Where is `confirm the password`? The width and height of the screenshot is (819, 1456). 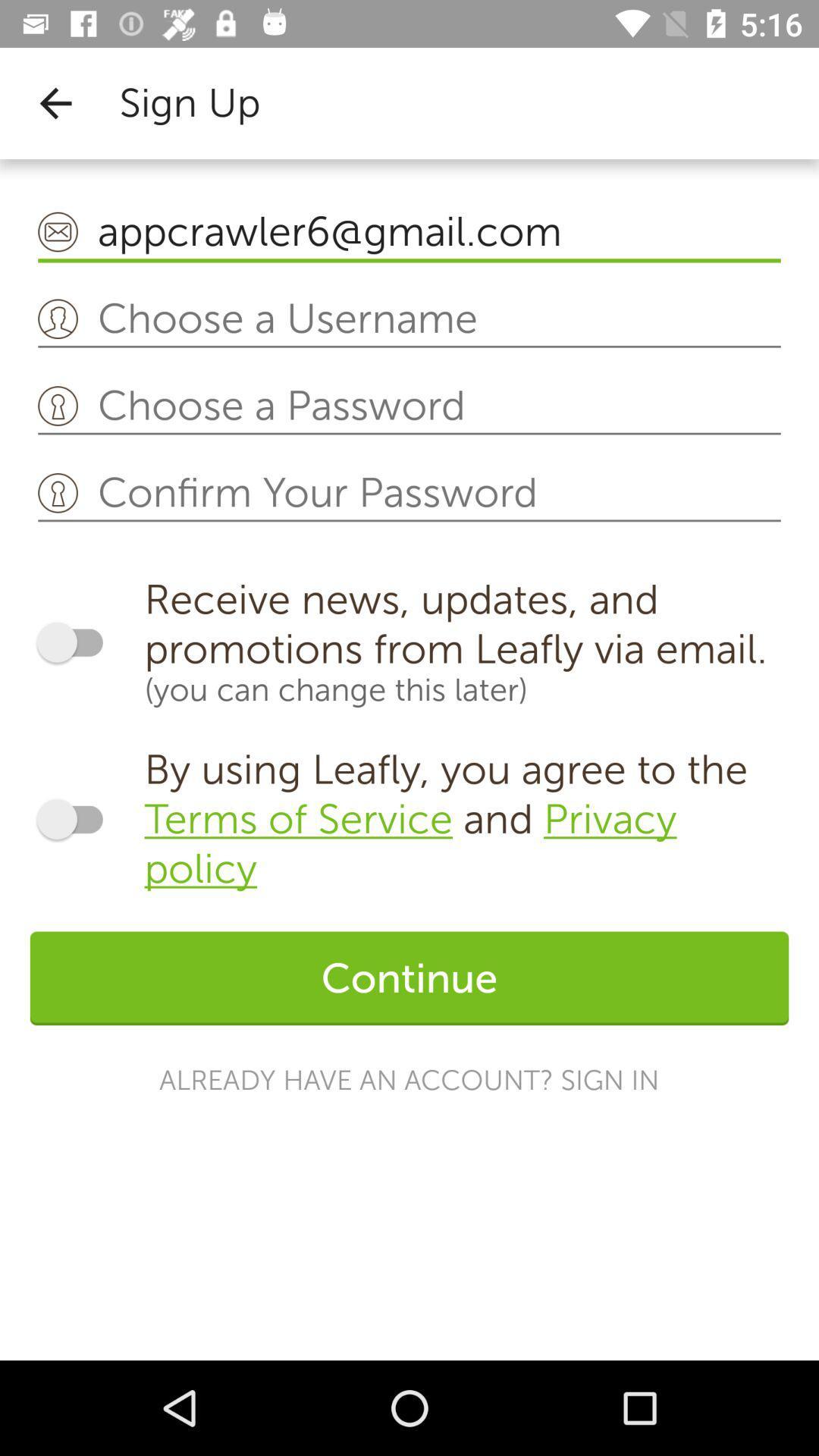
confirm the password is located at coordinates (409, 494).